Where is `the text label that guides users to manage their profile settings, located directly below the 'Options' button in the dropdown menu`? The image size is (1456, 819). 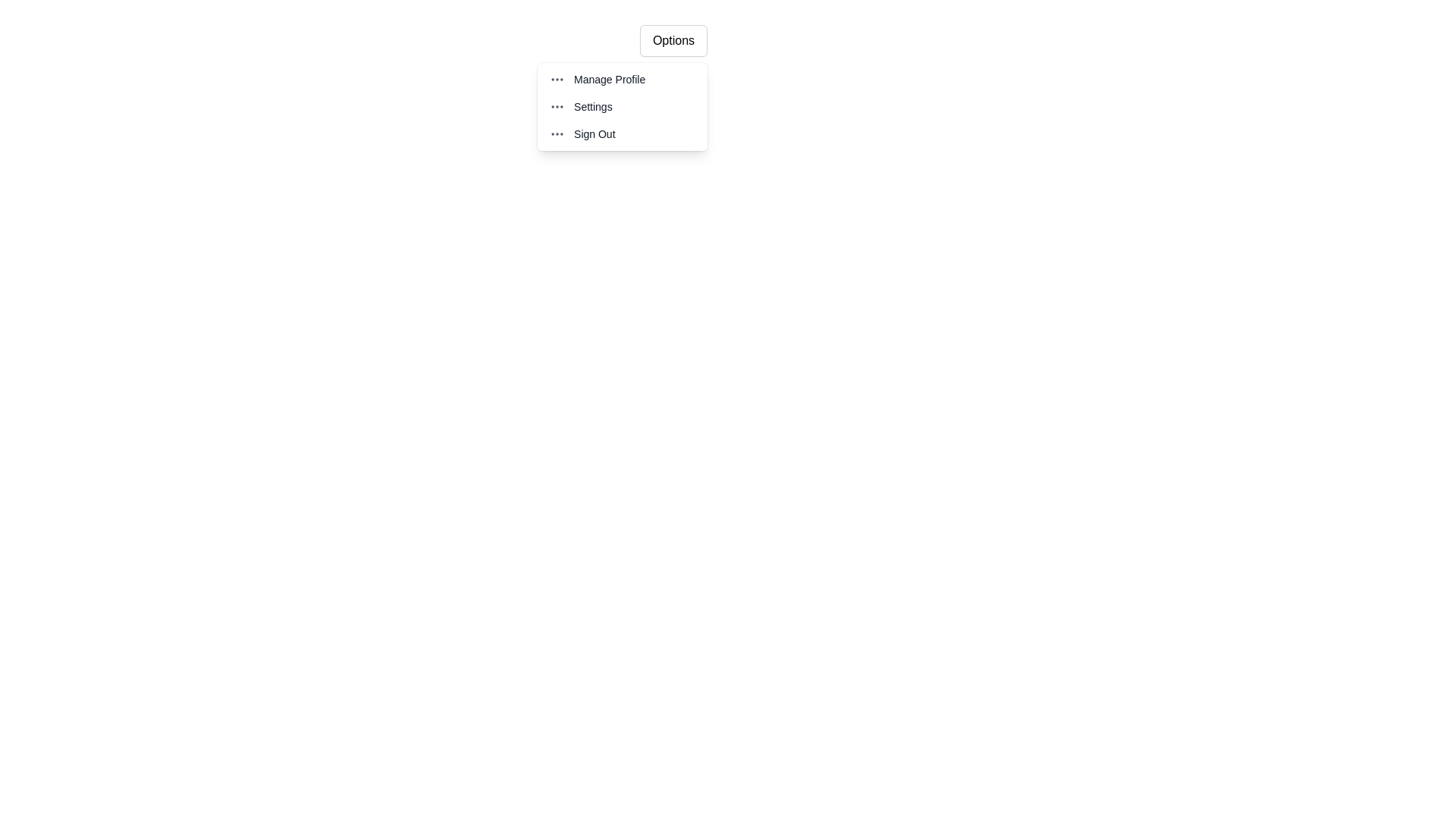
the text label that guides users to manage their profile settings, located directly below the 'Options' button in the dropdown menu is located at coordinates (610, 79).